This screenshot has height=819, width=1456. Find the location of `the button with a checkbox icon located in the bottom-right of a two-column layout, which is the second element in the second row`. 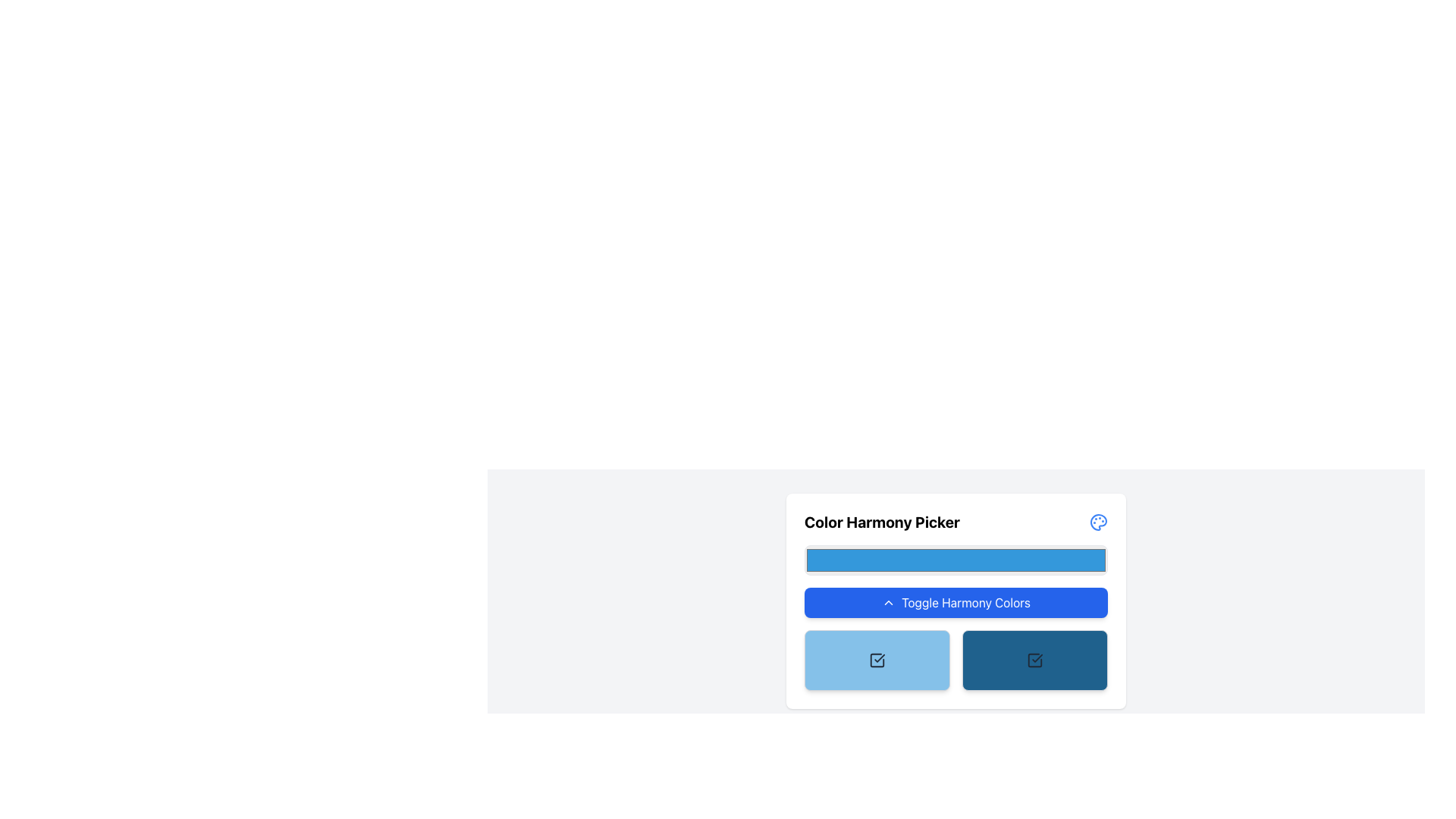

the button with a checkbox icon located in the bottom-right of a two-column layout, which is the second element in the second row is located at coordinates (1034, 660).